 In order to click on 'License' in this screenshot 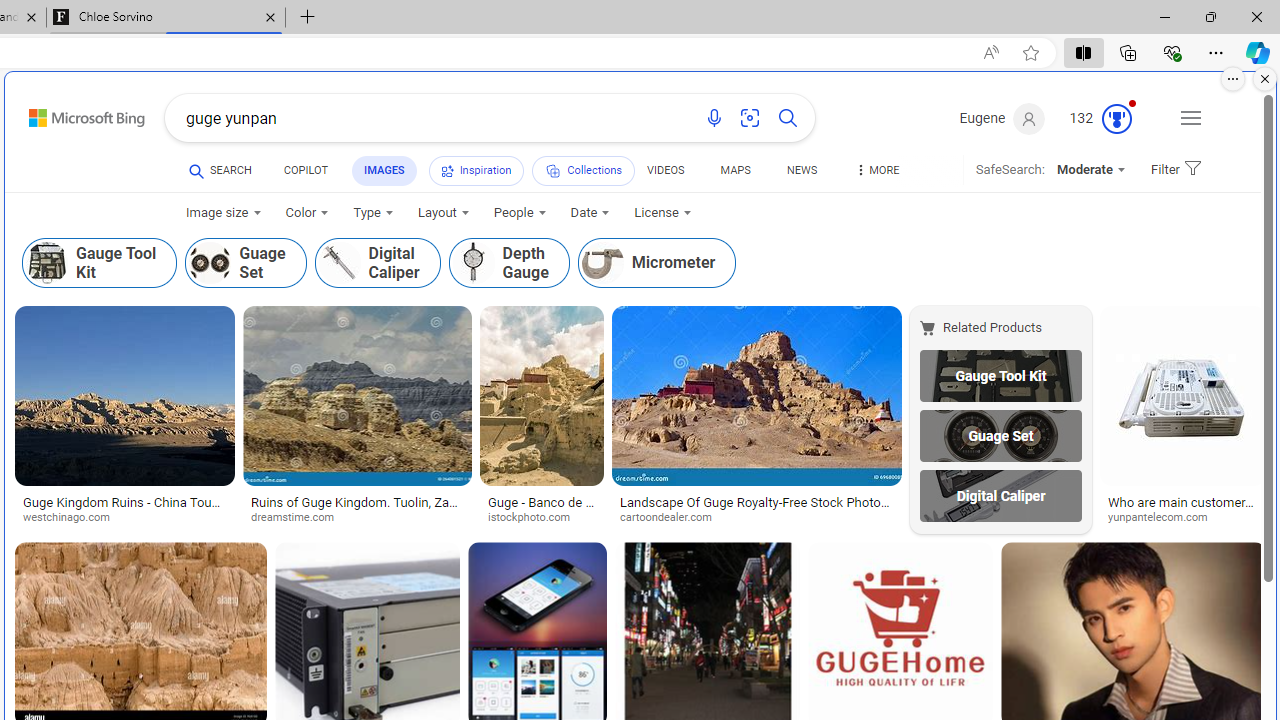, I will do `click(662, 213)`.